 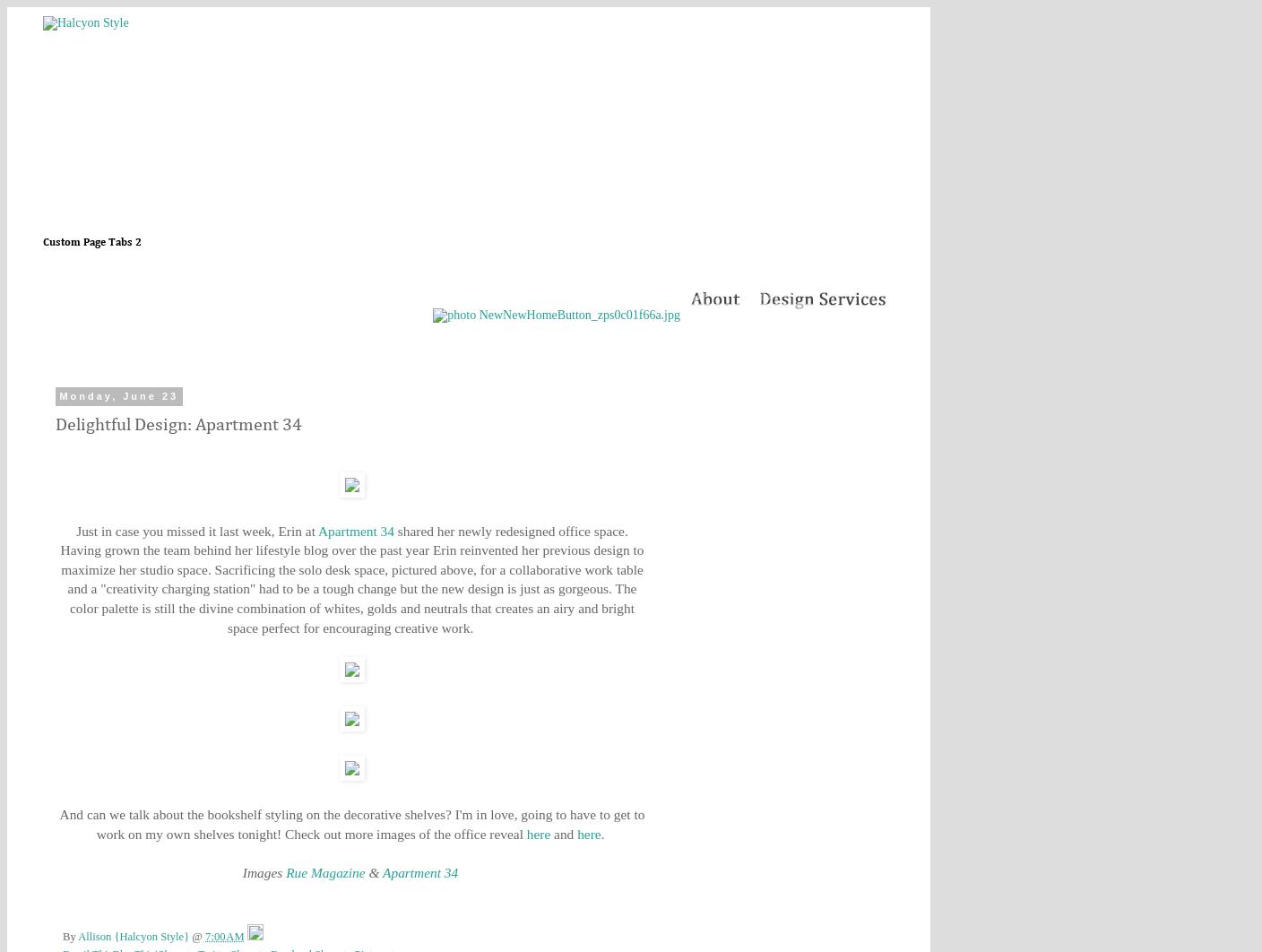 What do you see at coordinates (92, 242) in the screenshot?
I see `'Custom Page Tabs 2'` at bounding box center [92, 242].